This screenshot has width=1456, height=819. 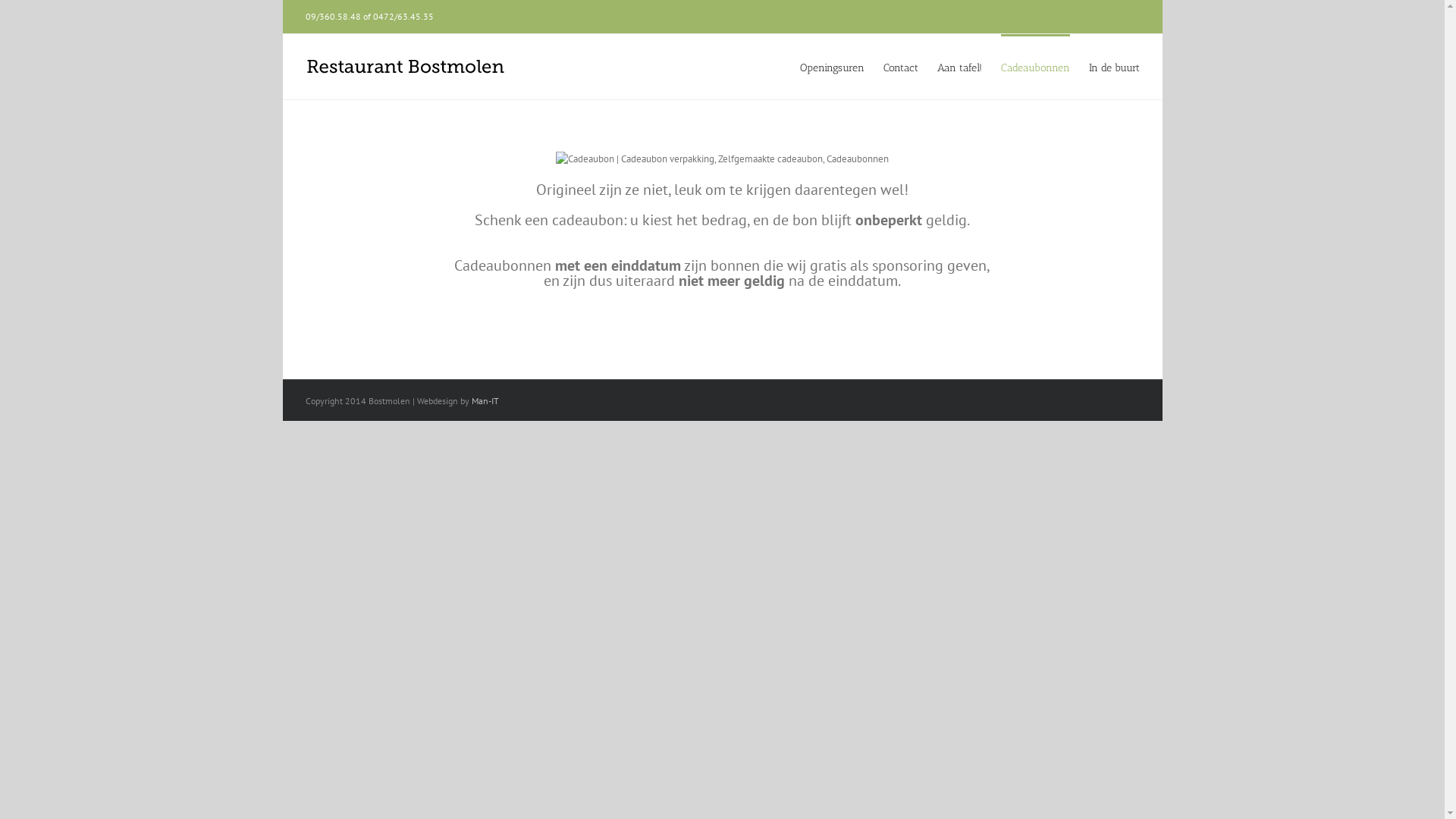 What do you see at coordinates (1087, 66) in the screenshot?
I see `'In de buurt'` at bounding box center [1087, 66].